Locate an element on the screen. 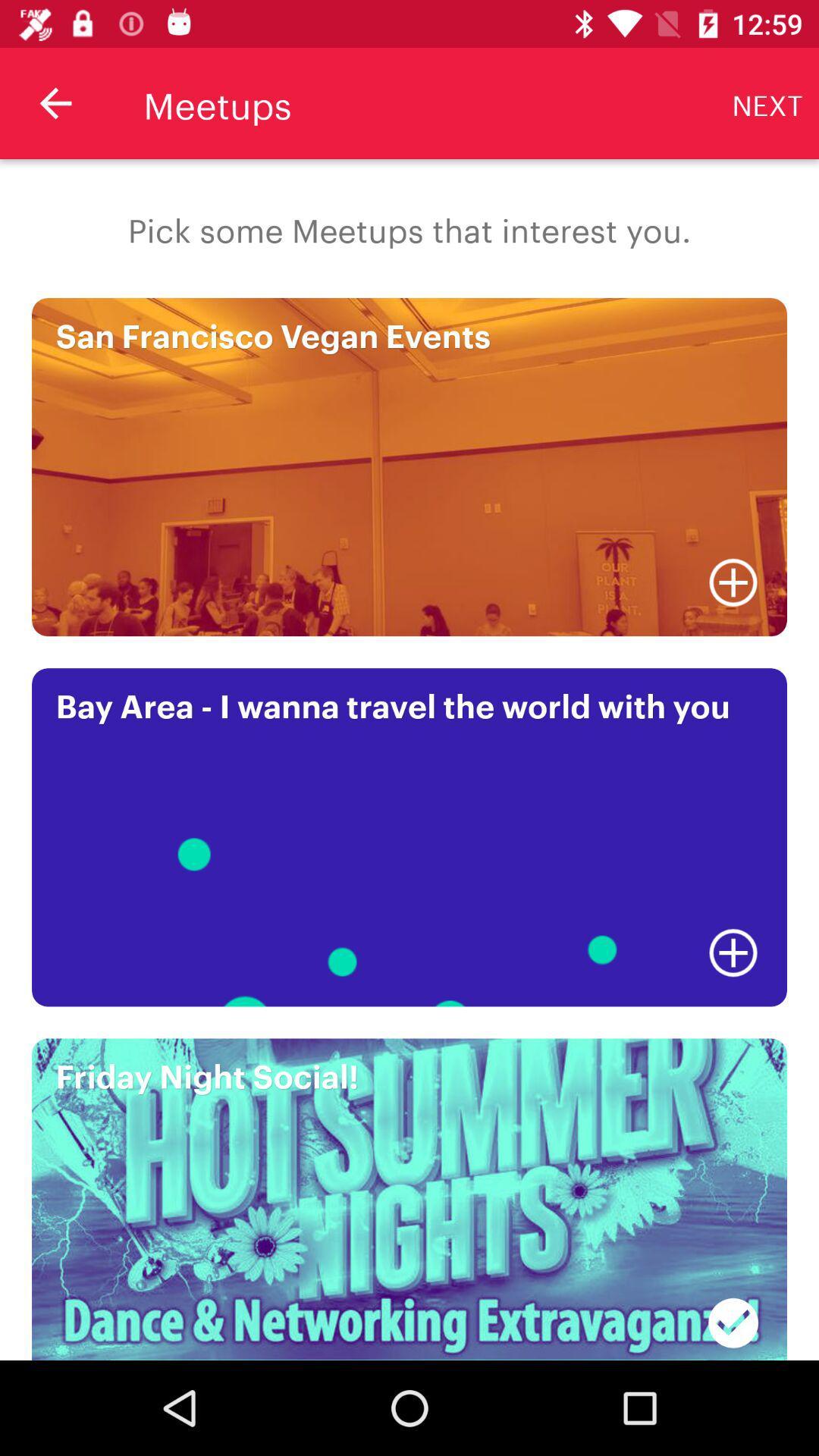 Image resolution: width=819 pixels, height=1456 pixels. the image which is san francisco vegan events on the page is located at coordinates (409, 466).